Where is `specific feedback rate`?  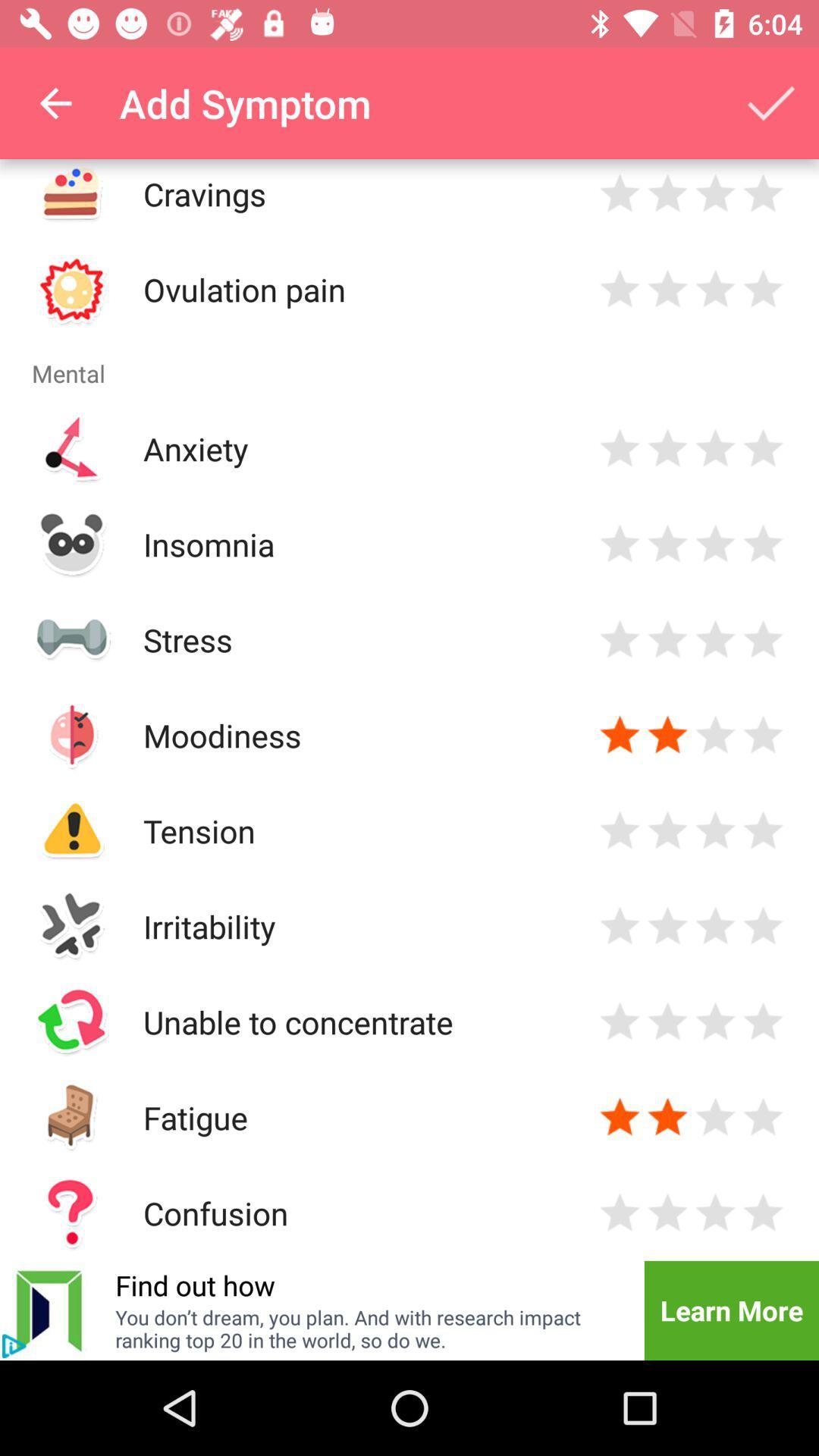
specific feedback rate is located at coordinates (715, 289).